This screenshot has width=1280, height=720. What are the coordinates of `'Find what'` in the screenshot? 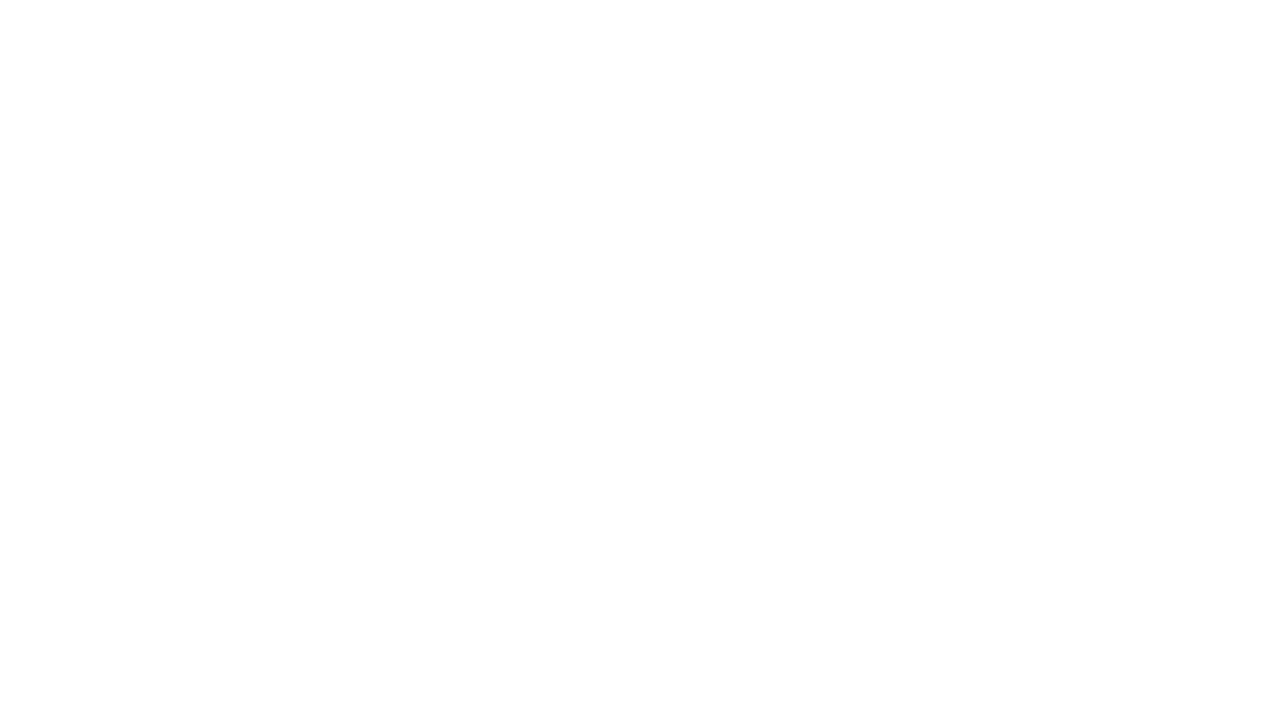 It's located at (132, 58).